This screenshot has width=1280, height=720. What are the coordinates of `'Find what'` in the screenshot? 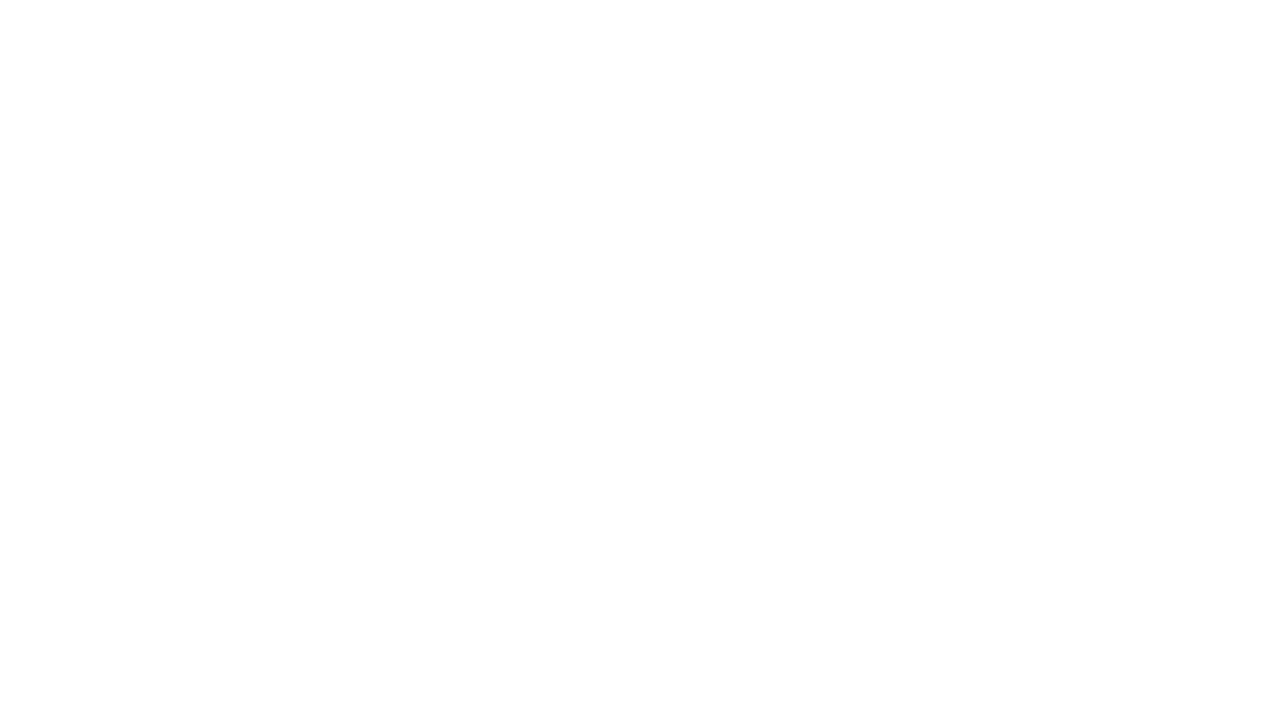 It's located at (132, 58).